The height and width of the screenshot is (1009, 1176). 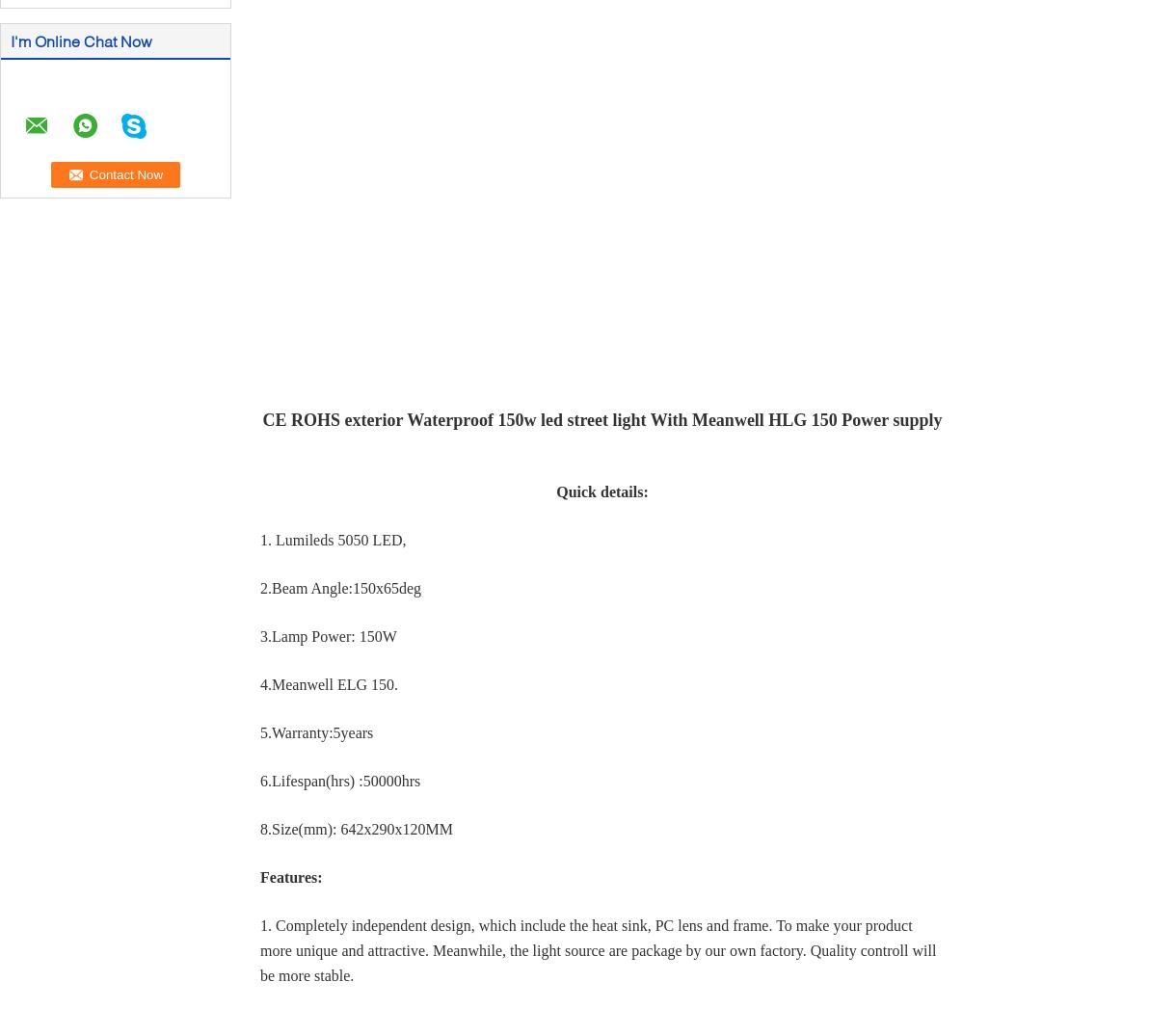 I want to click on '1. Lumileds 5050 LED,', so click(x=333, y=540).